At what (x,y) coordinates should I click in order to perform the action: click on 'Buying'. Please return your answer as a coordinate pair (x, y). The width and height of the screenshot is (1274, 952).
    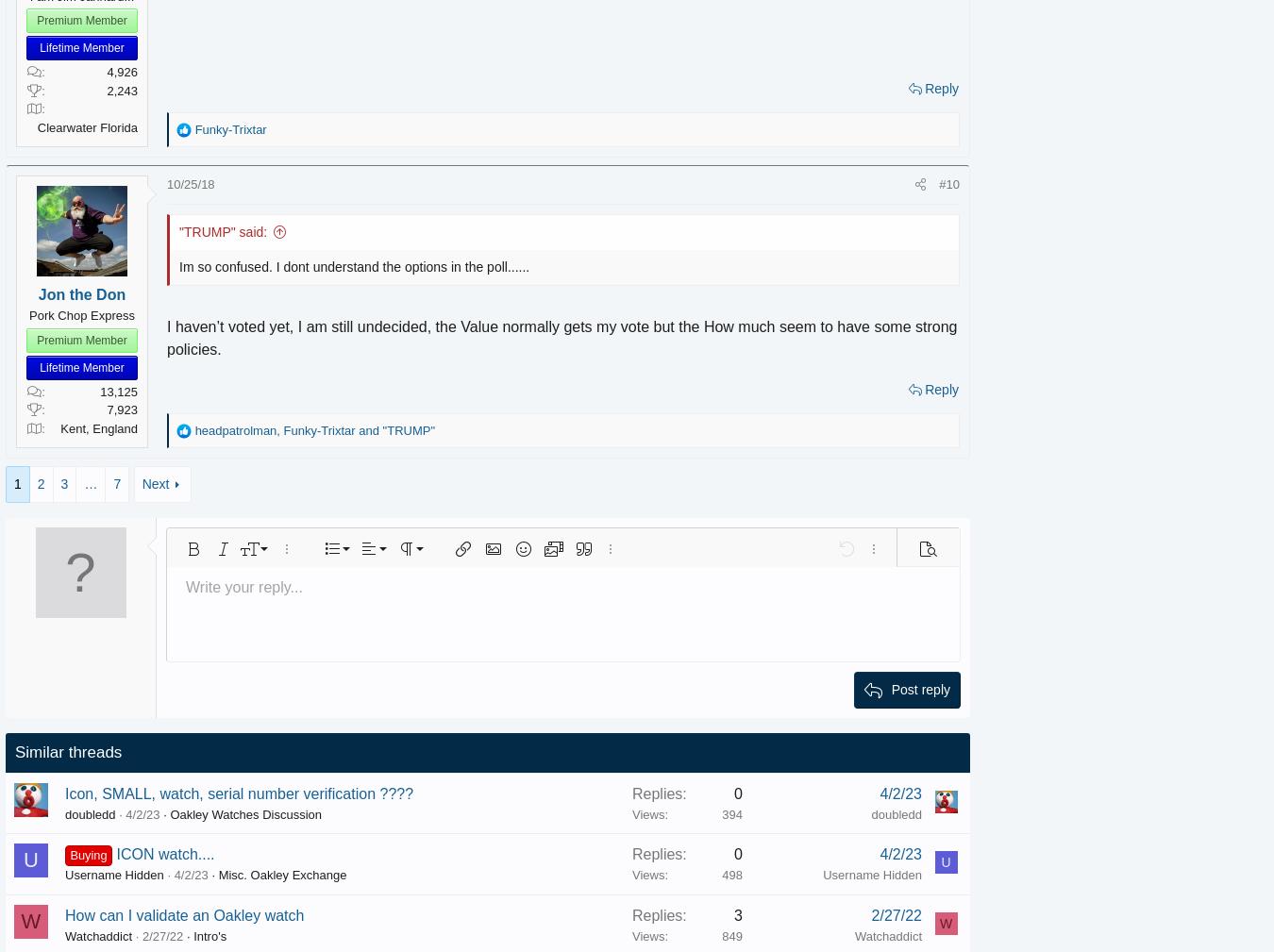
    Looking at the image, I should click on (115, 855).